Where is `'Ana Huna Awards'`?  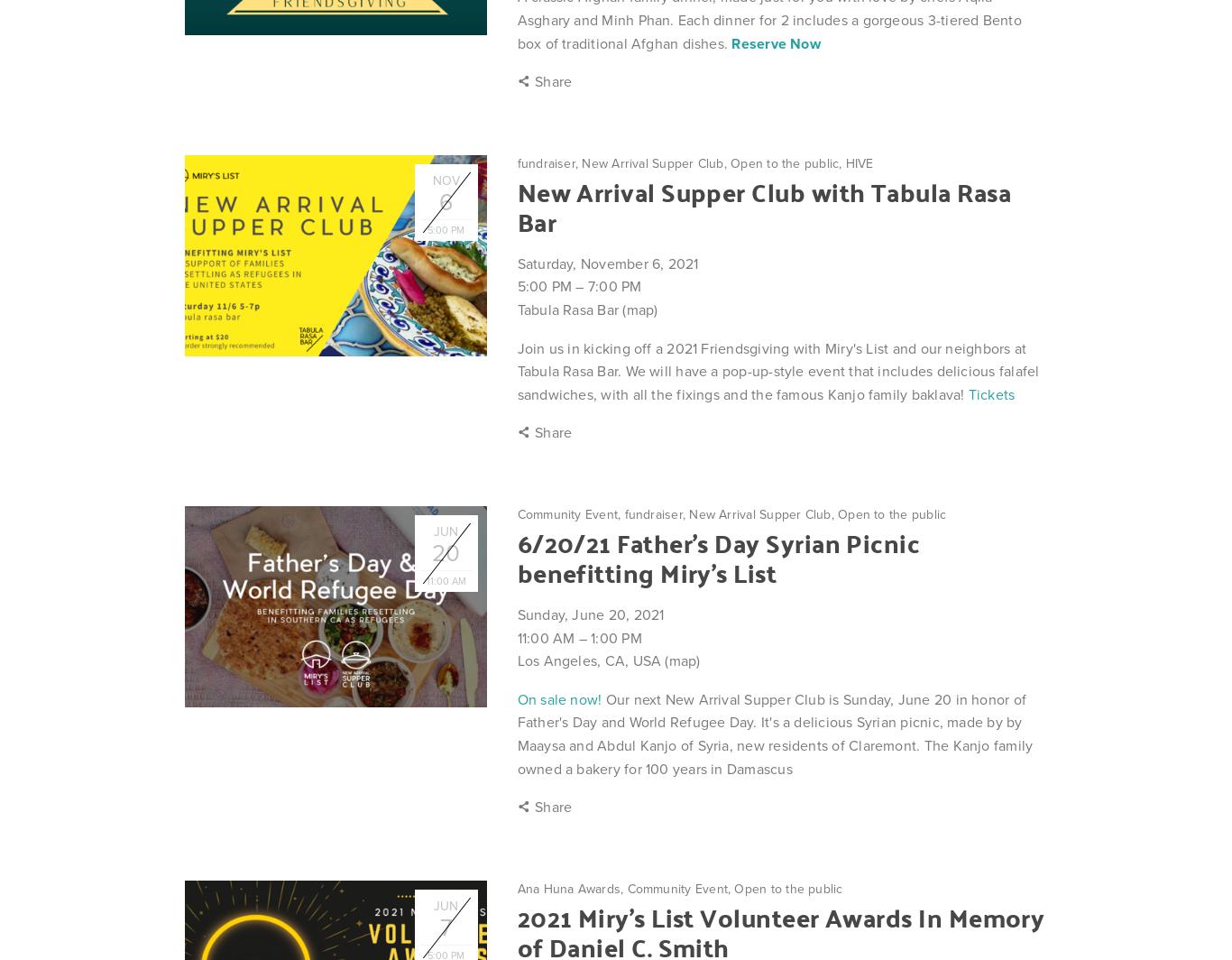 'Ana Huna Awards' is located at coordinates (567, 888).